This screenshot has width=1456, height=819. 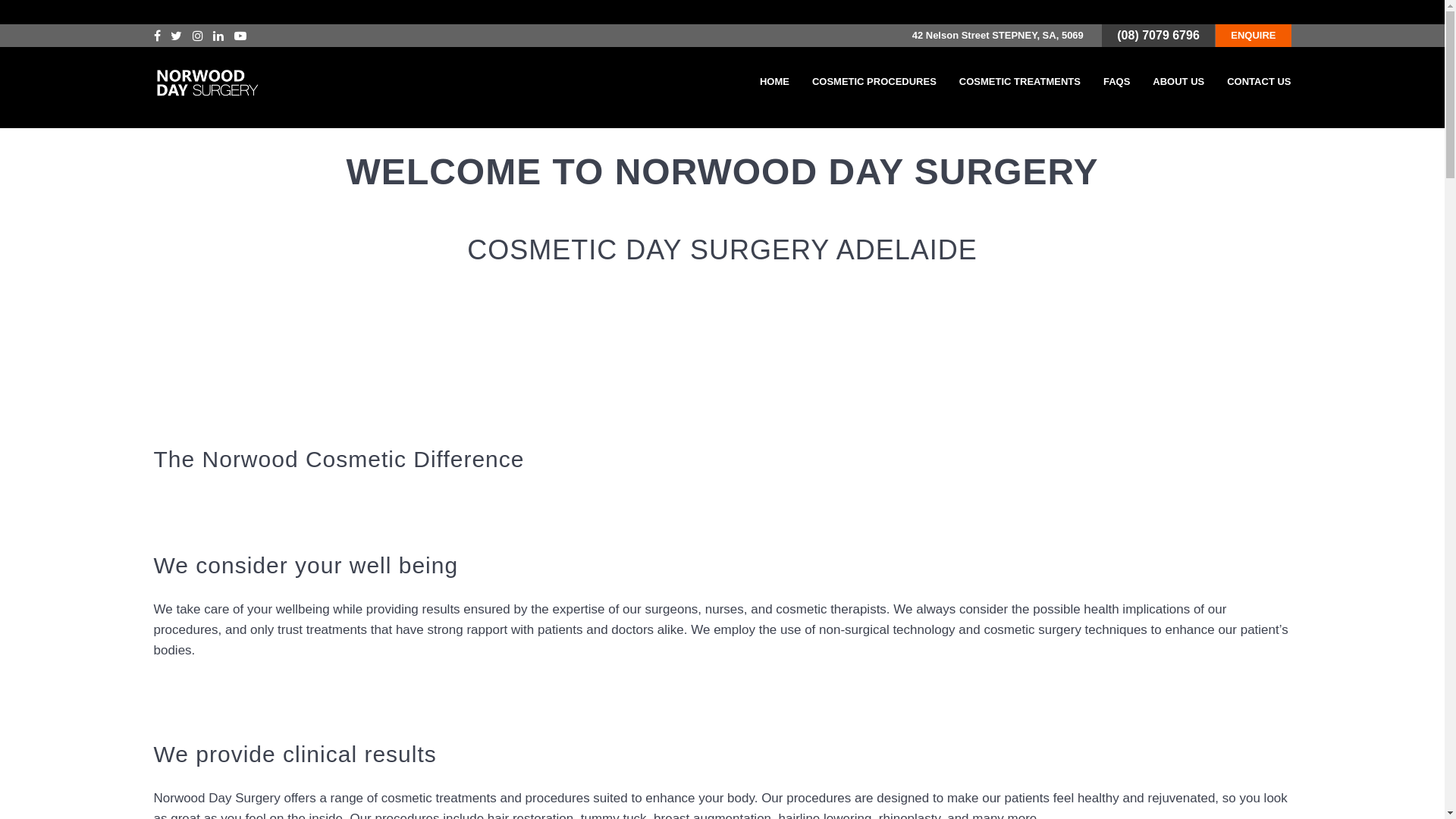 I want to click on 'COSMETIC PROCEDURES', so click(x=874, y=82).